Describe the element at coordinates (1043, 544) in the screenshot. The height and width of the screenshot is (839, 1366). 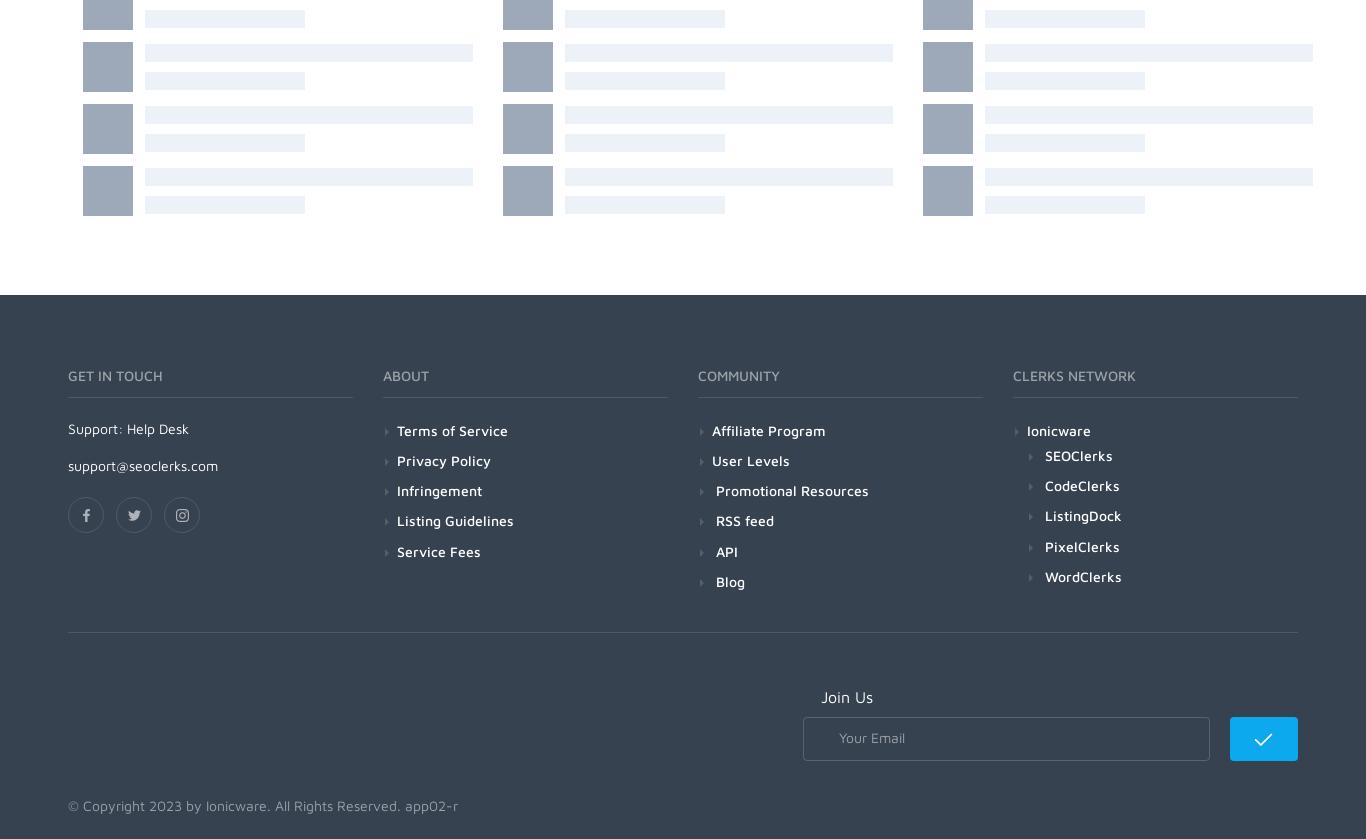
I see `'PixelClerks'` at that location.